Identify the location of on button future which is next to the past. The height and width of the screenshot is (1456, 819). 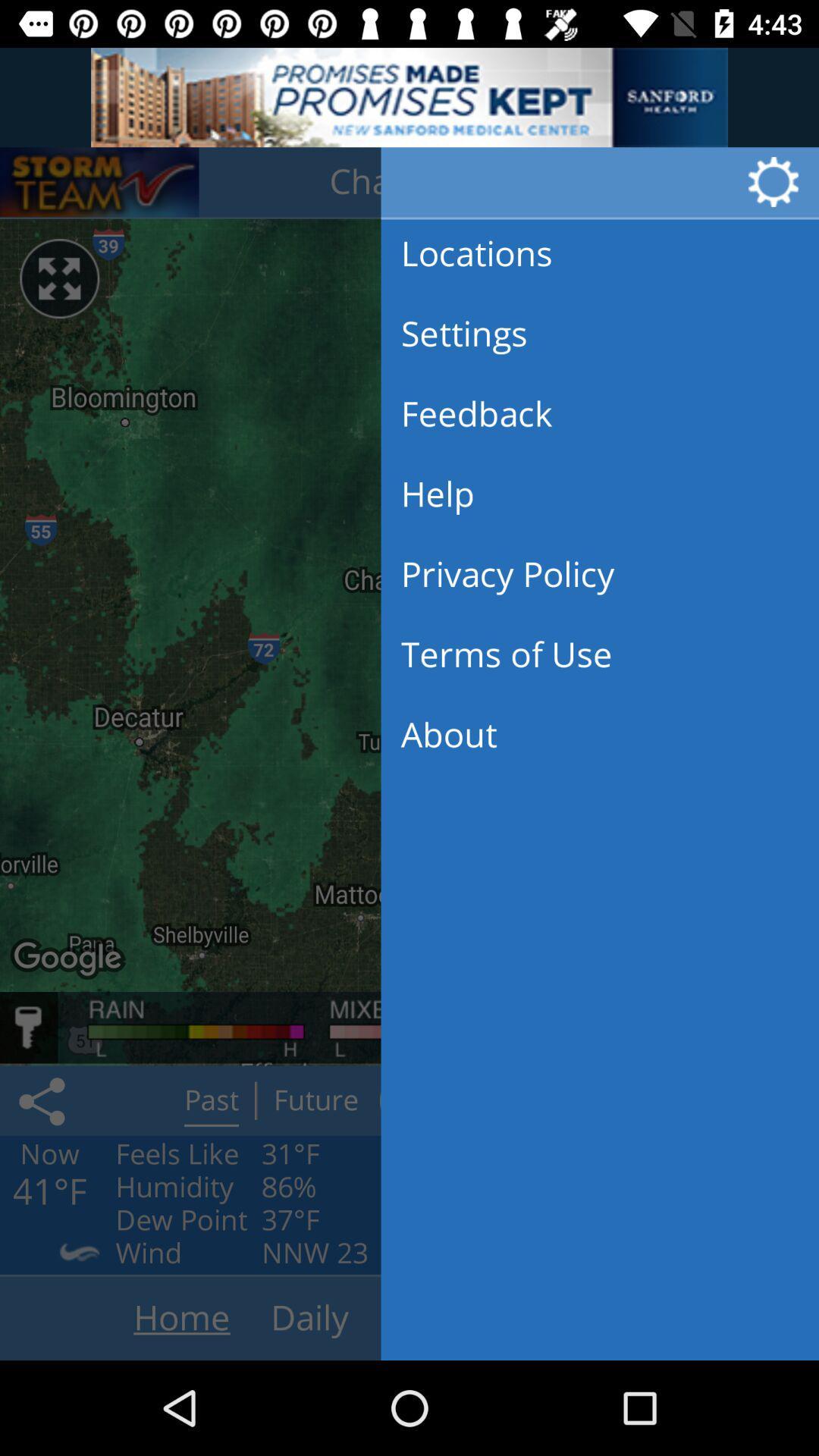
(315, 1100).